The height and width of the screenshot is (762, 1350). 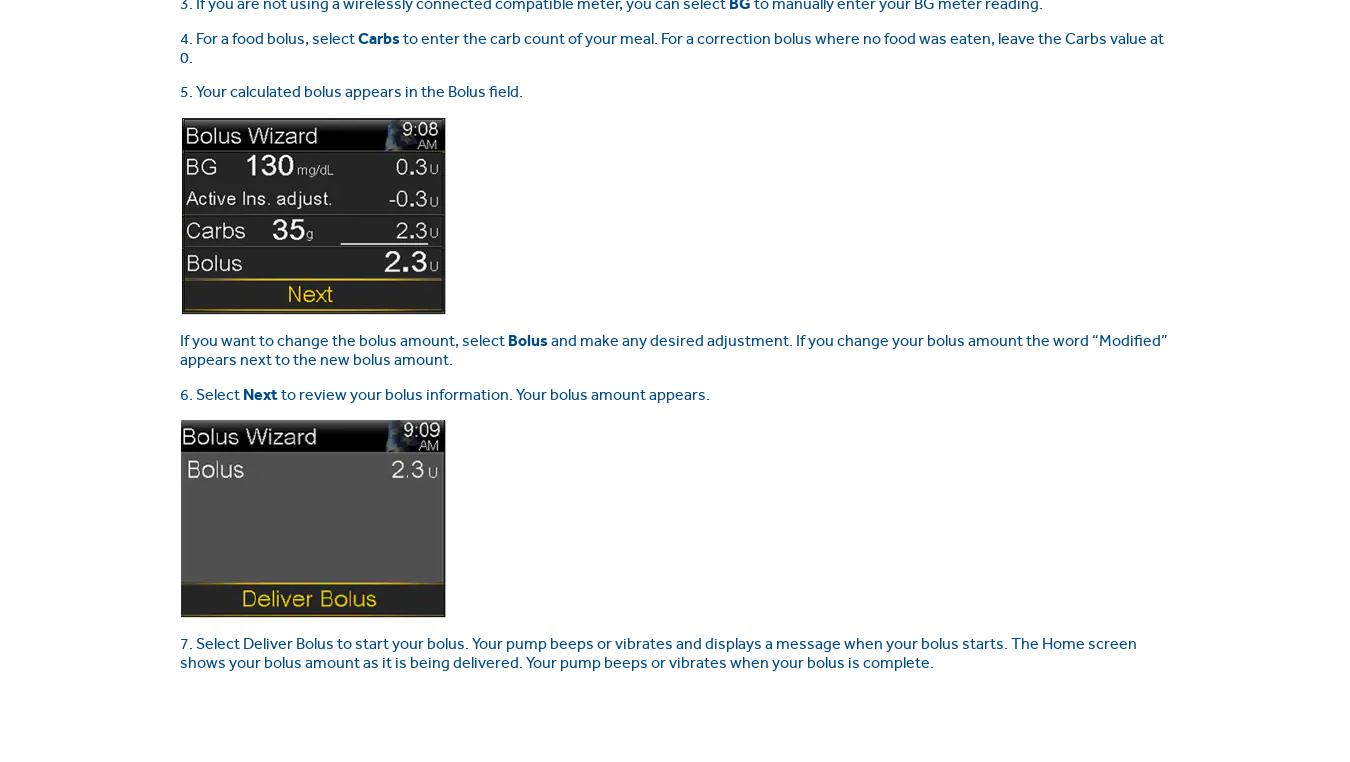 I want to click on 'to review your bolus information. Your bolus amount appears.', so click(x=276, y=392).